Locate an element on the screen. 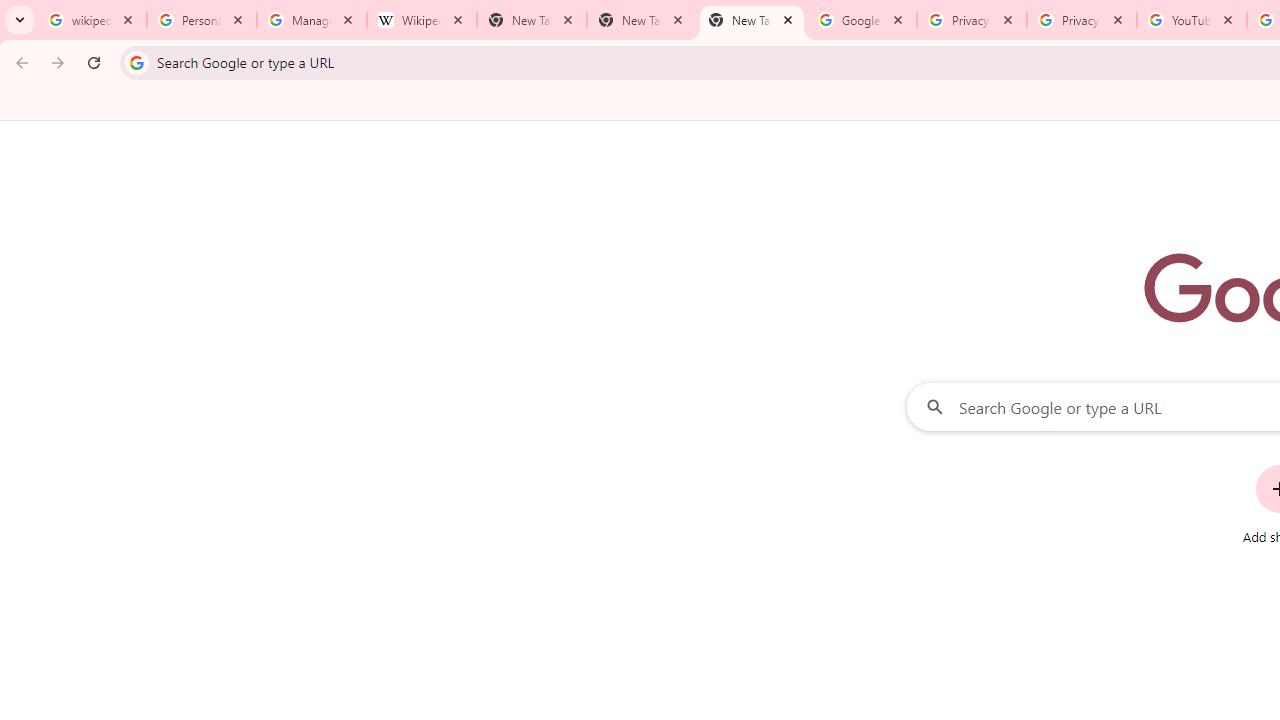 This screenshot has height=720, width=1280. 'Manage your Location History - Google Search Help' is located at coordinates (311, 20).